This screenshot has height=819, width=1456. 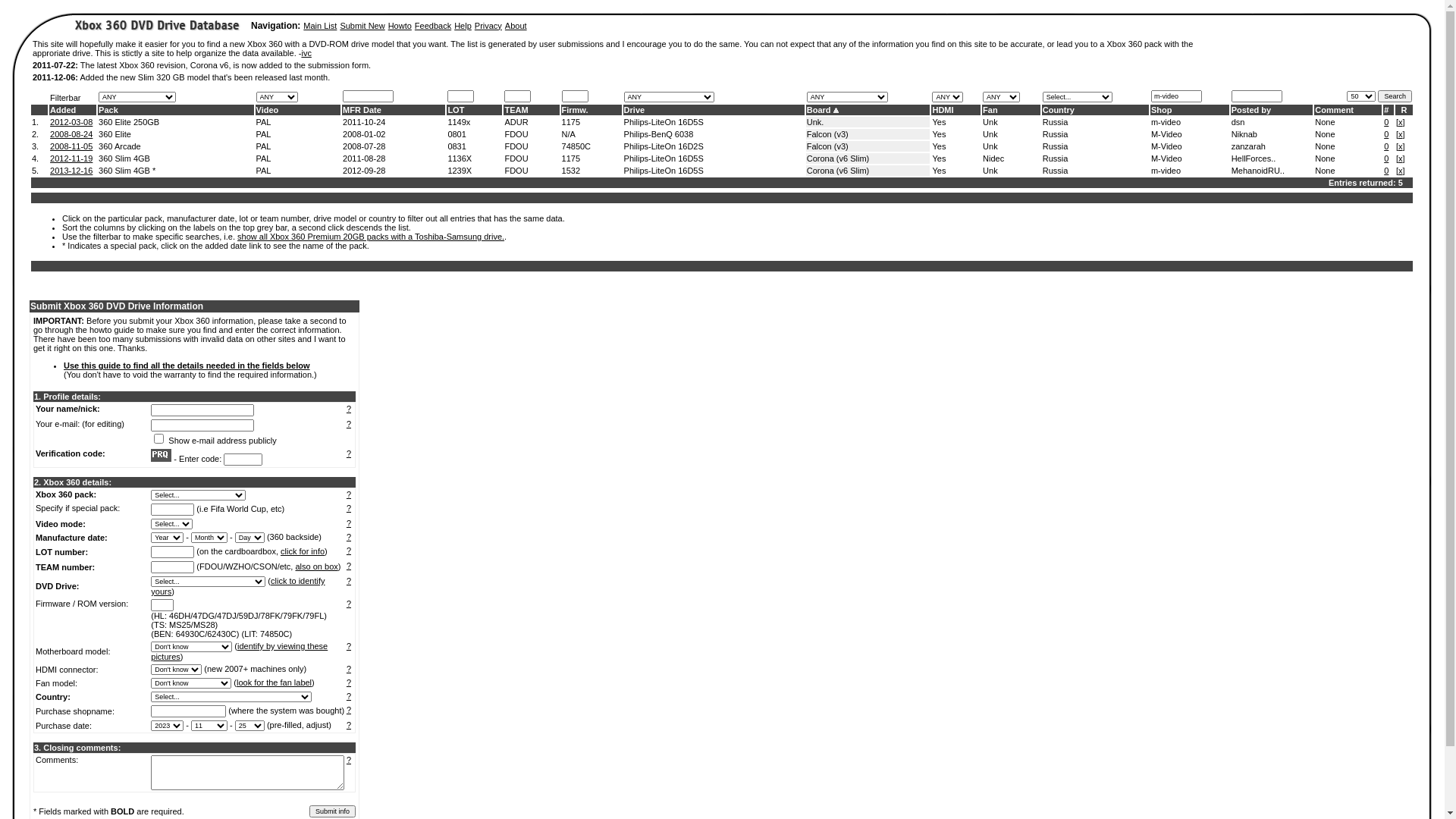 What do you see at coordinates (1386, 133) in the screenshot?
I see `'0'` at bounding box center [1386, 133].